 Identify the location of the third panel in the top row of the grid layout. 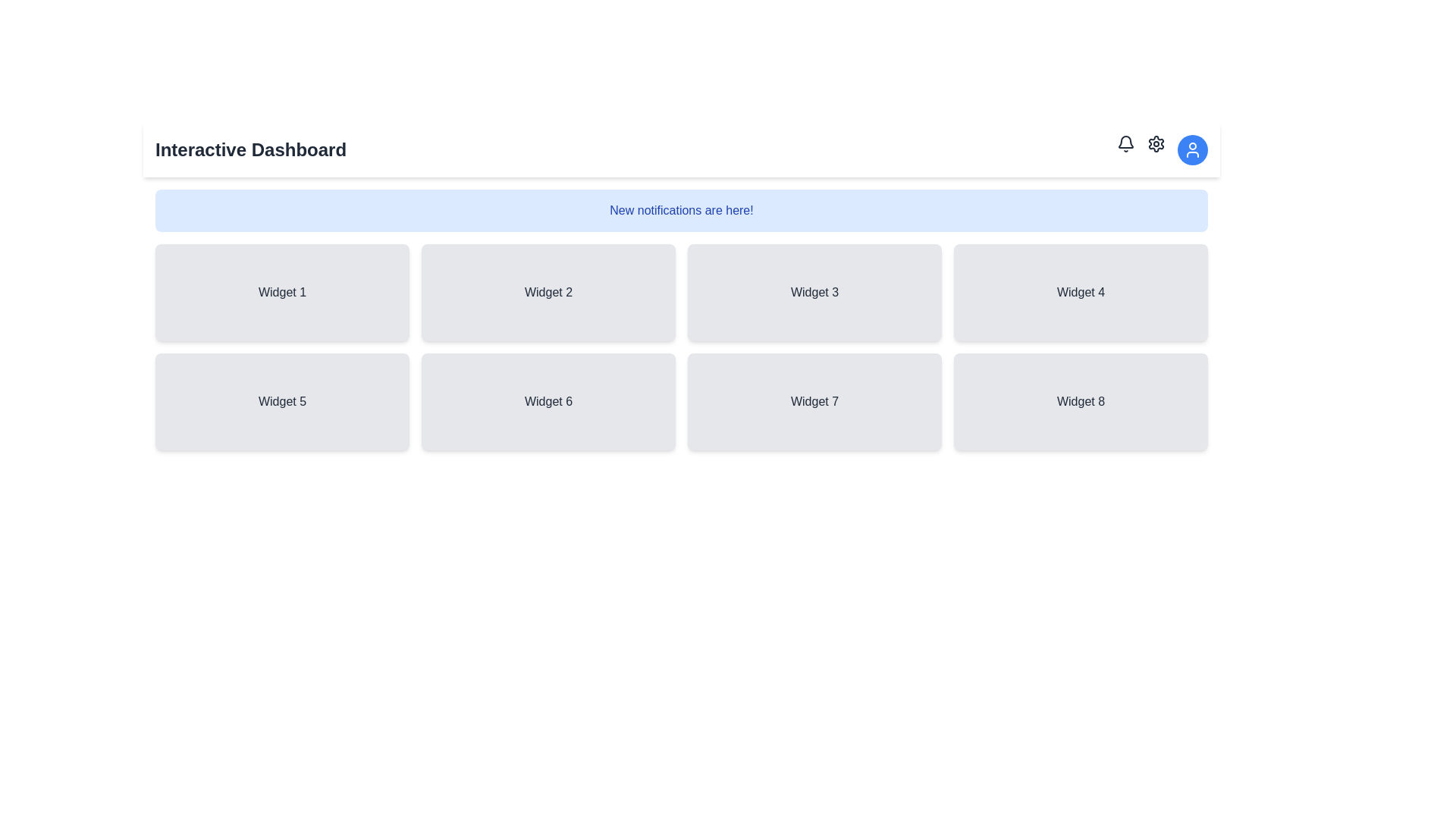
(814, 292).